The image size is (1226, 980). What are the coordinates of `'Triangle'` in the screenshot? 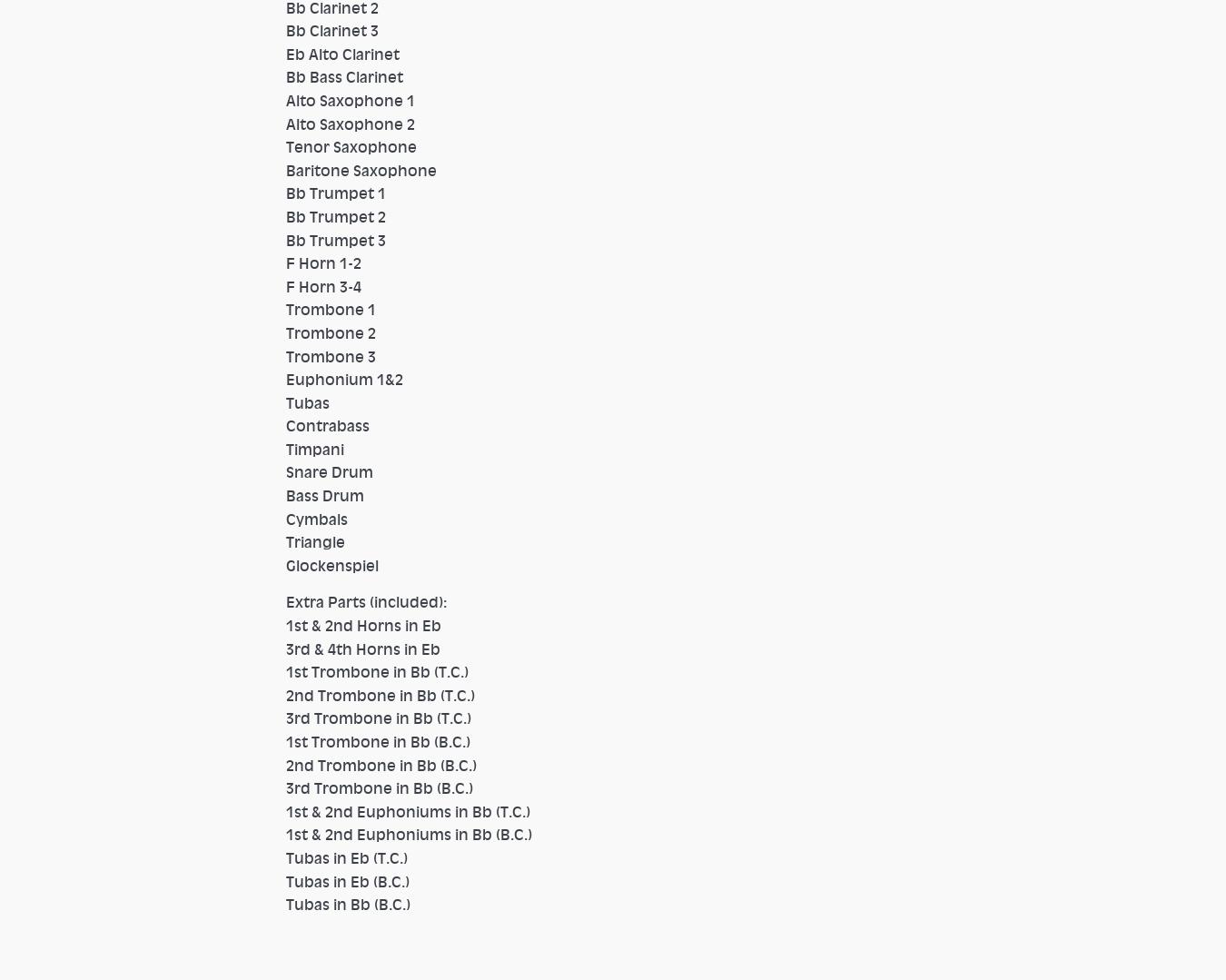 It's located at (315, 542).